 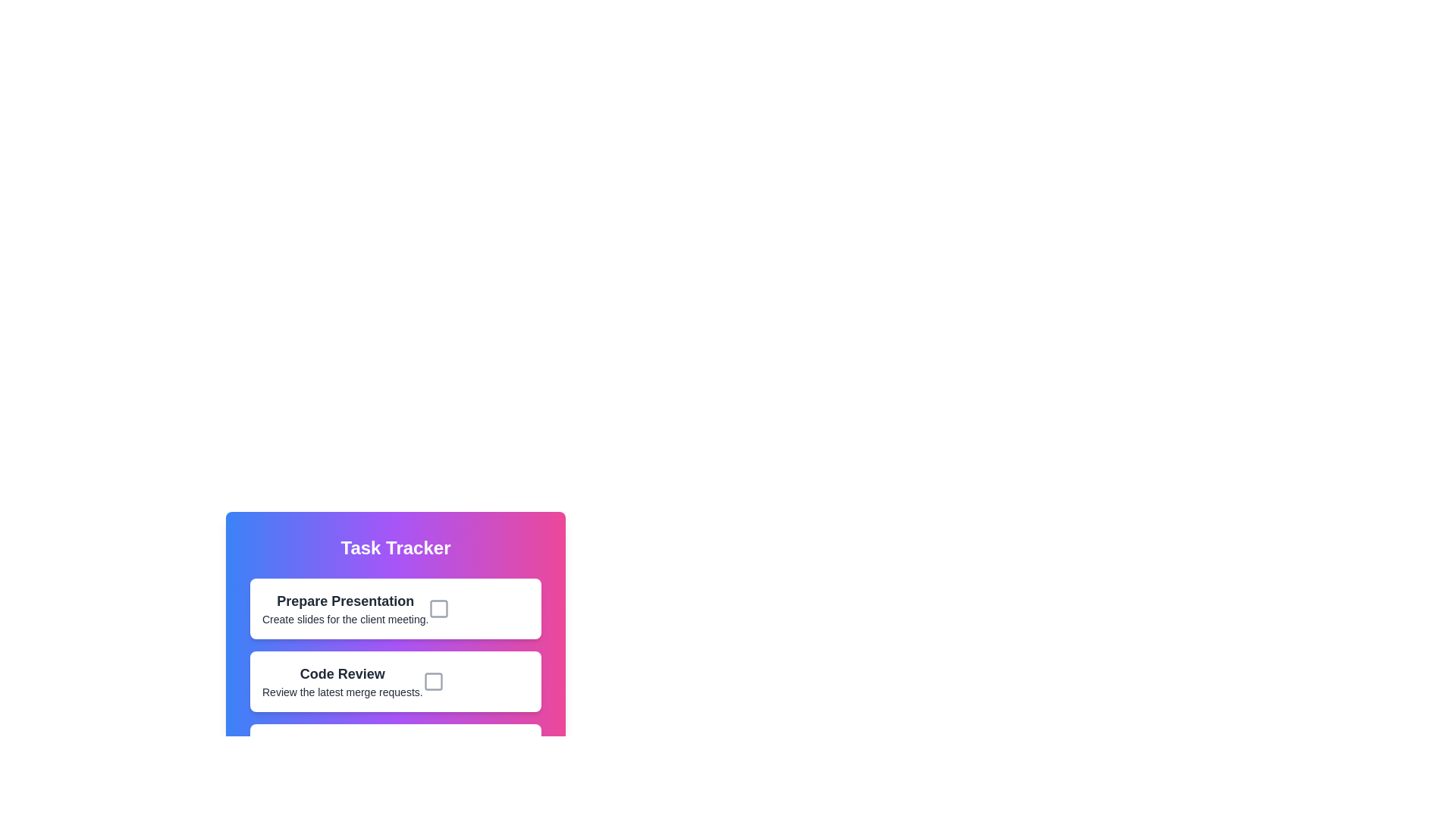 I want to click on the text label displaying 'Review the latest merge requests.' located below the 'Code Review' title in the second task card of the 'Task Tracker' module, so click(x=341, y=692).